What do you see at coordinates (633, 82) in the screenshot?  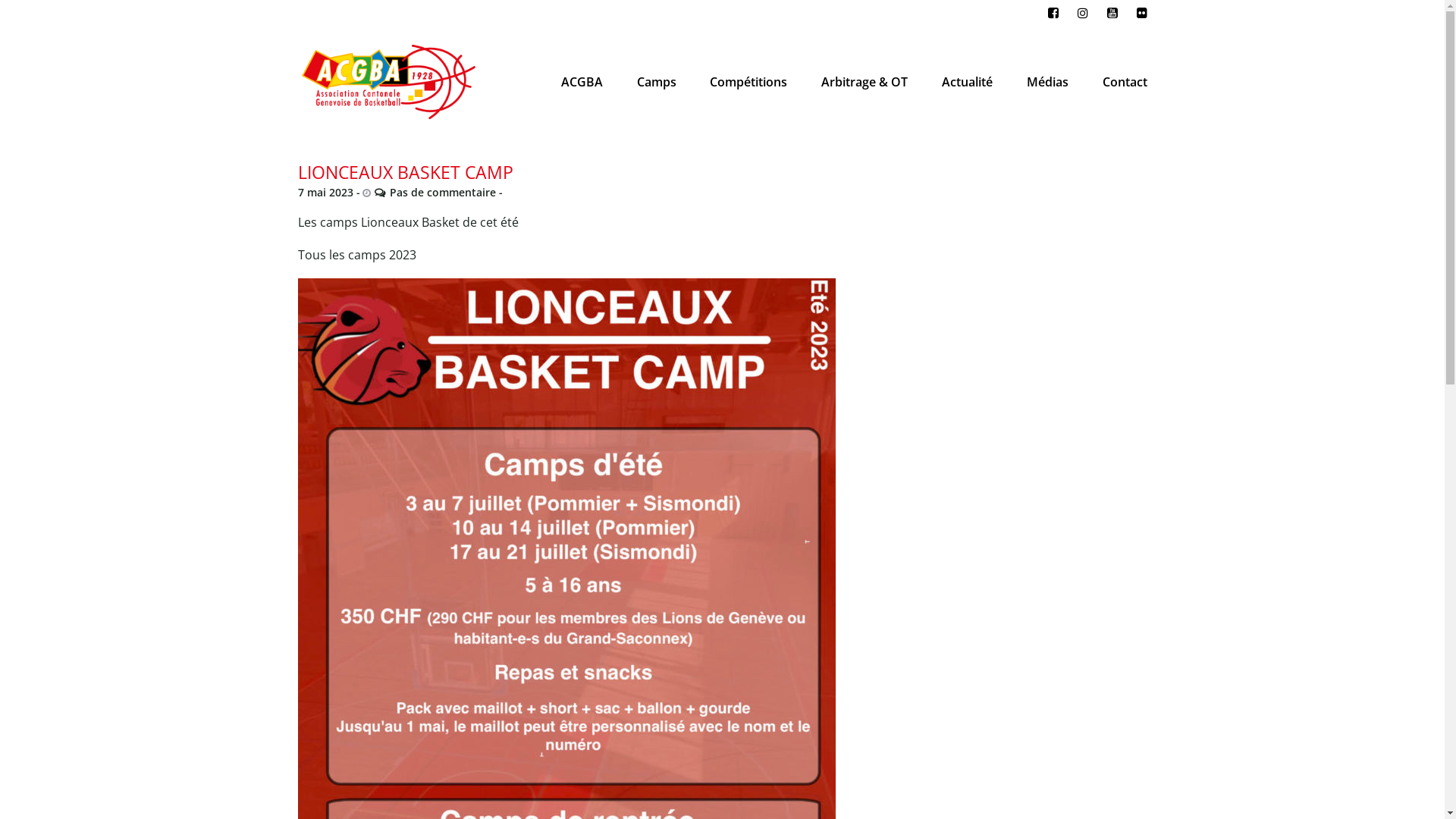 I see `'Camps'` at bounding box center [633, 82].